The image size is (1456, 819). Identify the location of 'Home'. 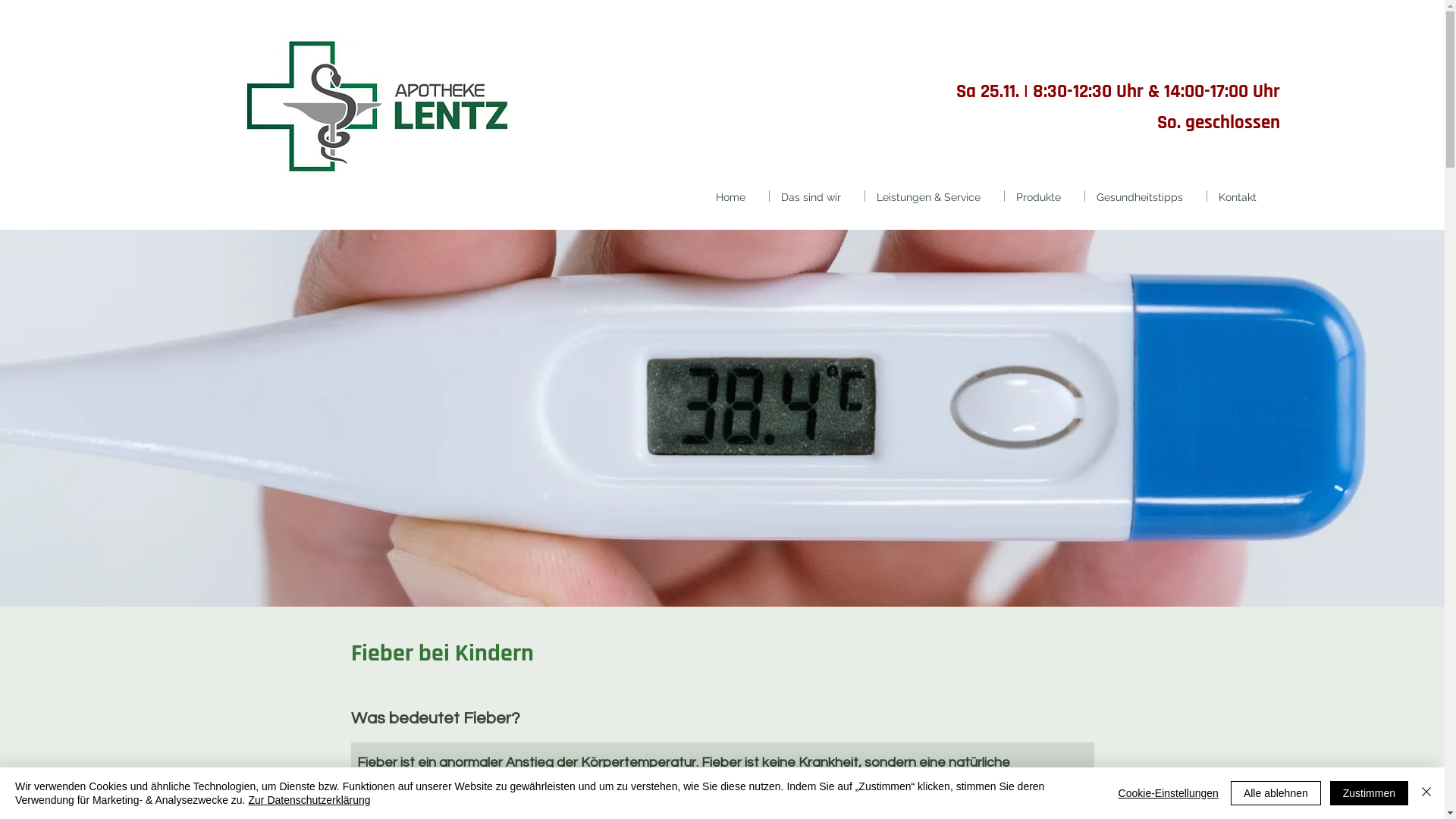
(736, 195).